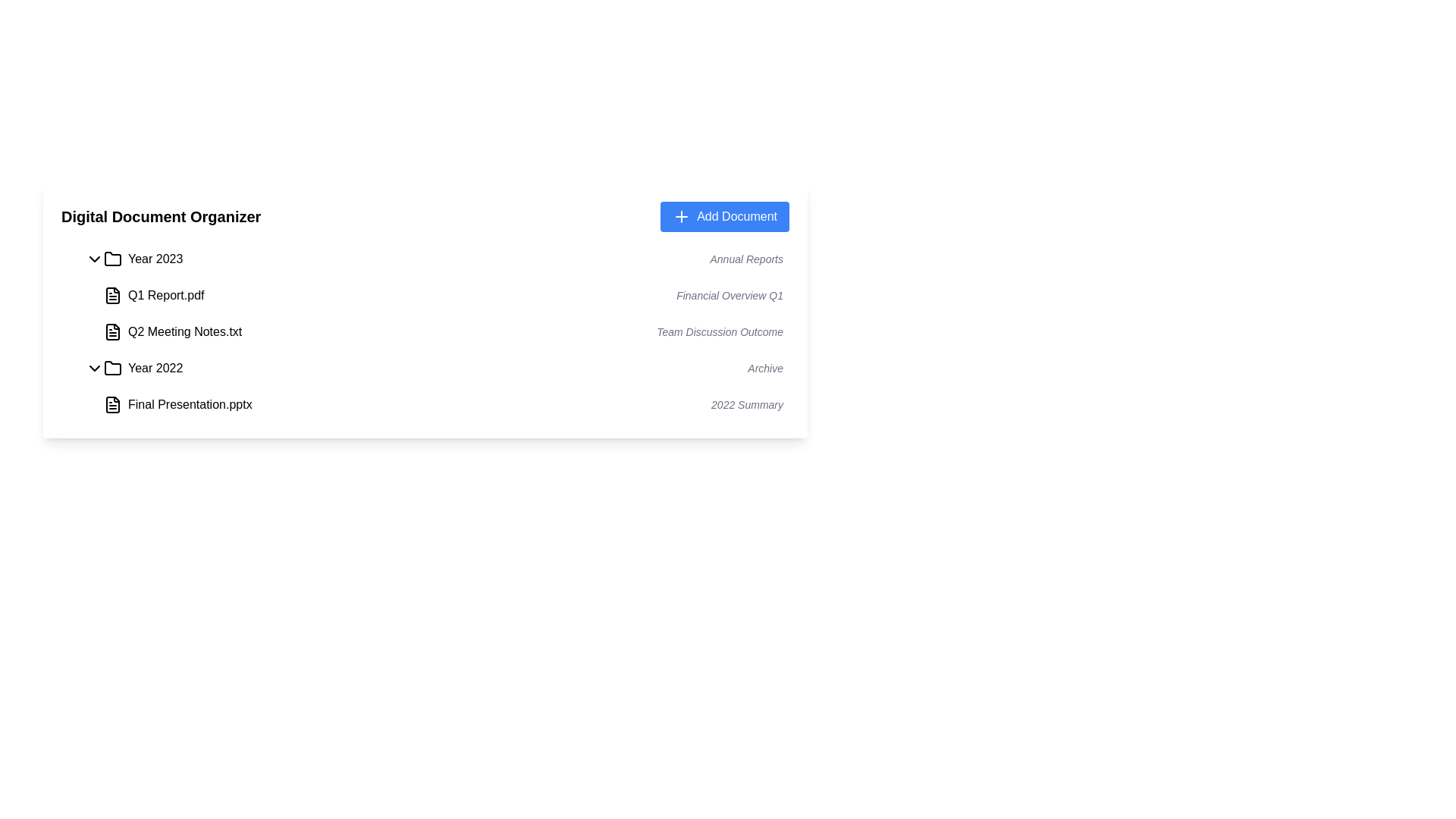 This screenshot has width=1456, height=819. I want to click on the Text label that denotes the section for the year 2022, so click(155, 369).